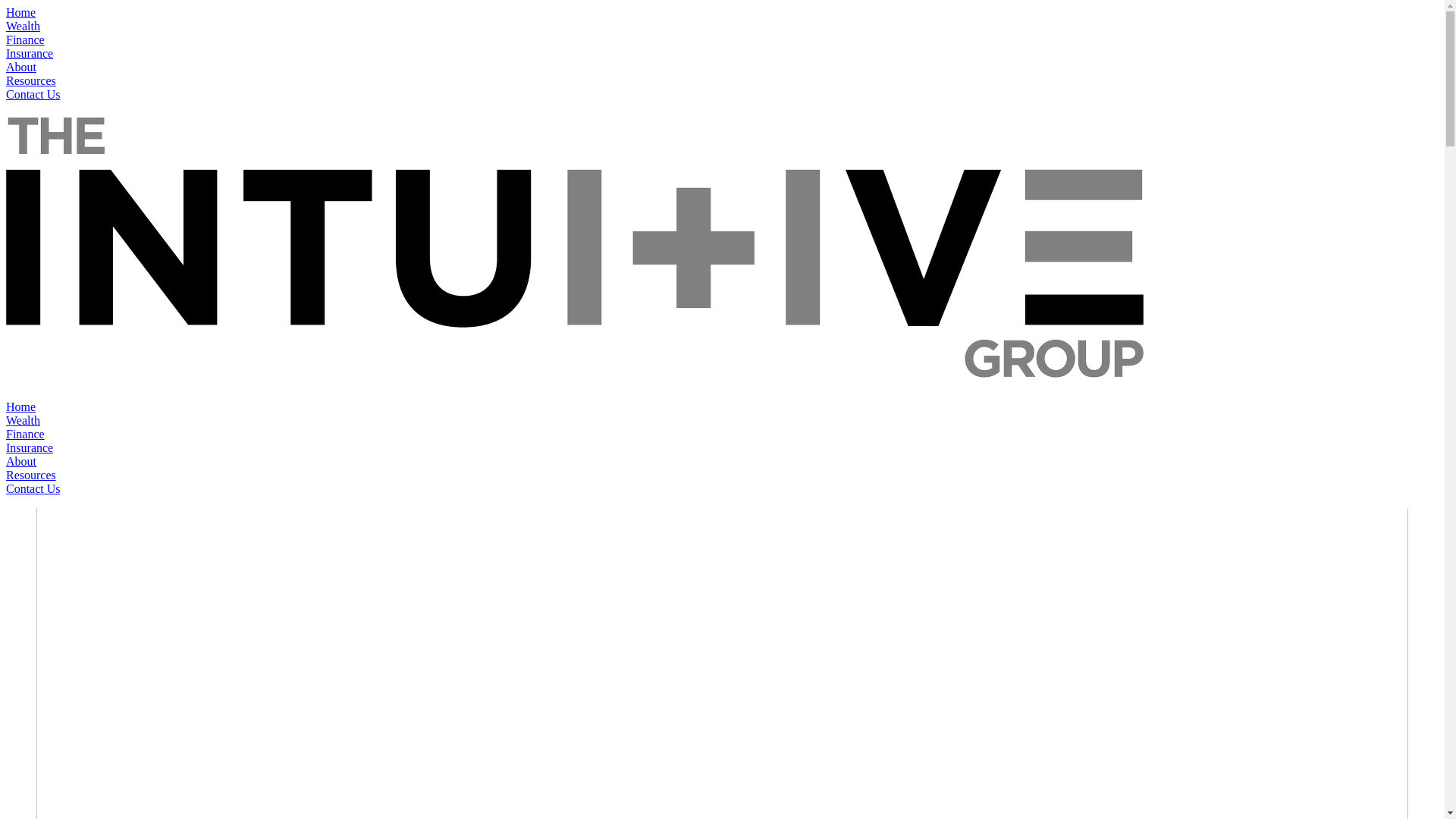 This screenshot has width=1456, height=819. What do you see at coordinates (21, 460) in the screenshot?
I see `'About'` at bounding box center [21, 460].